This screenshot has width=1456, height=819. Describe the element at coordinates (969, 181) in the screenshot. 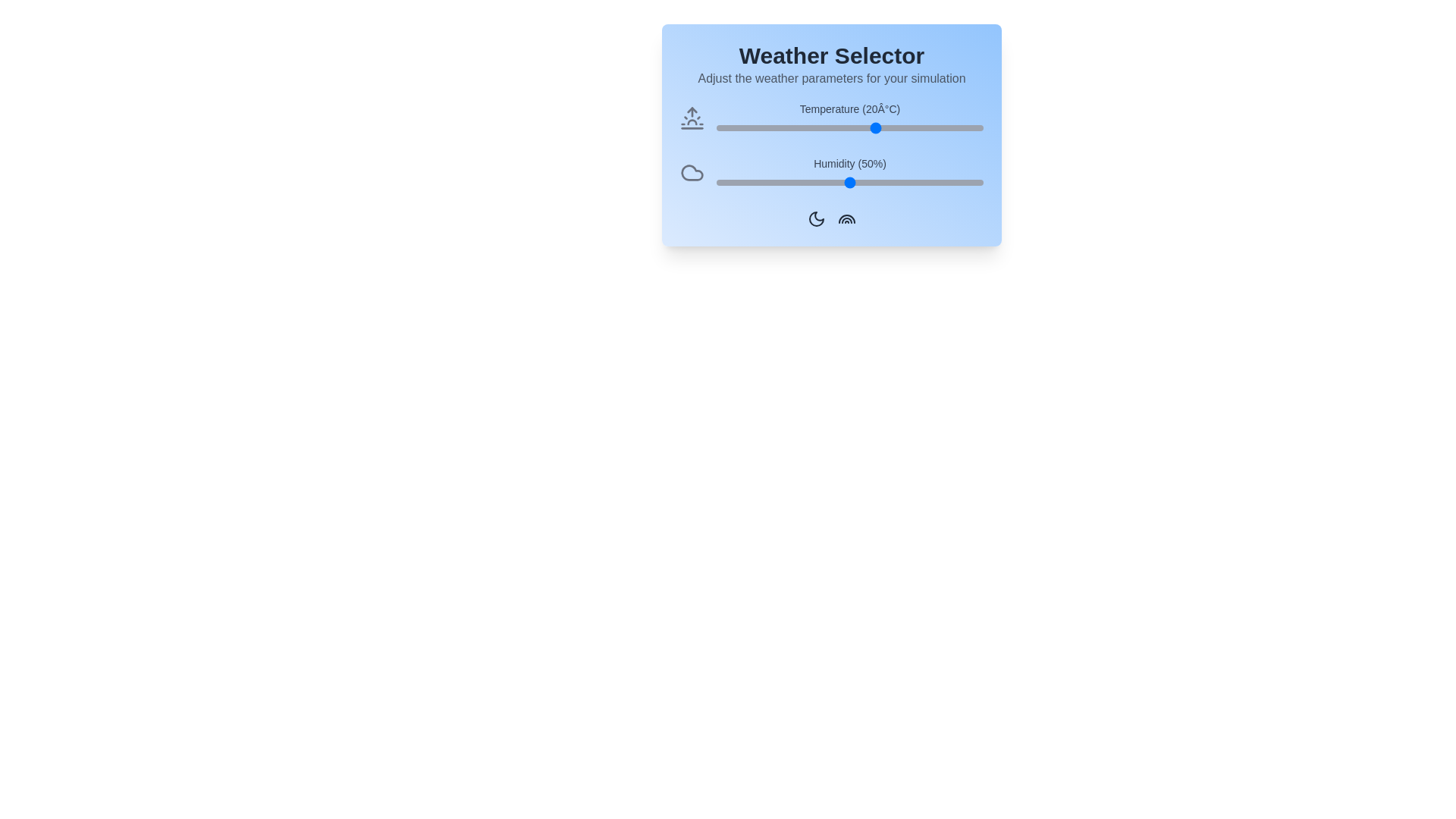

I see `the humidity slider to 95%` at that location.